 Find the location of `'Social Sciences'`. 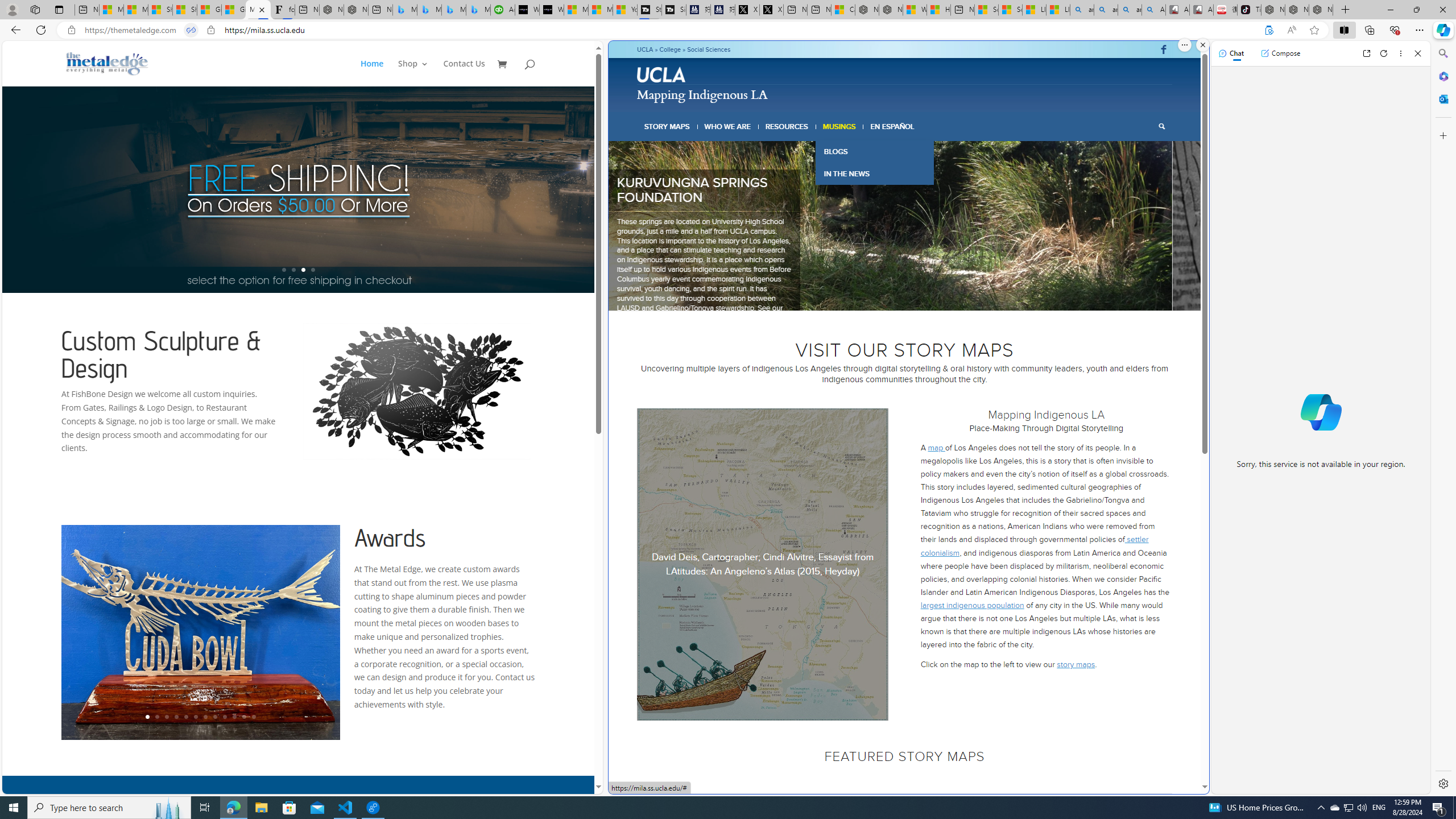

'Social Sciences' is located at coordinates (709, 49).